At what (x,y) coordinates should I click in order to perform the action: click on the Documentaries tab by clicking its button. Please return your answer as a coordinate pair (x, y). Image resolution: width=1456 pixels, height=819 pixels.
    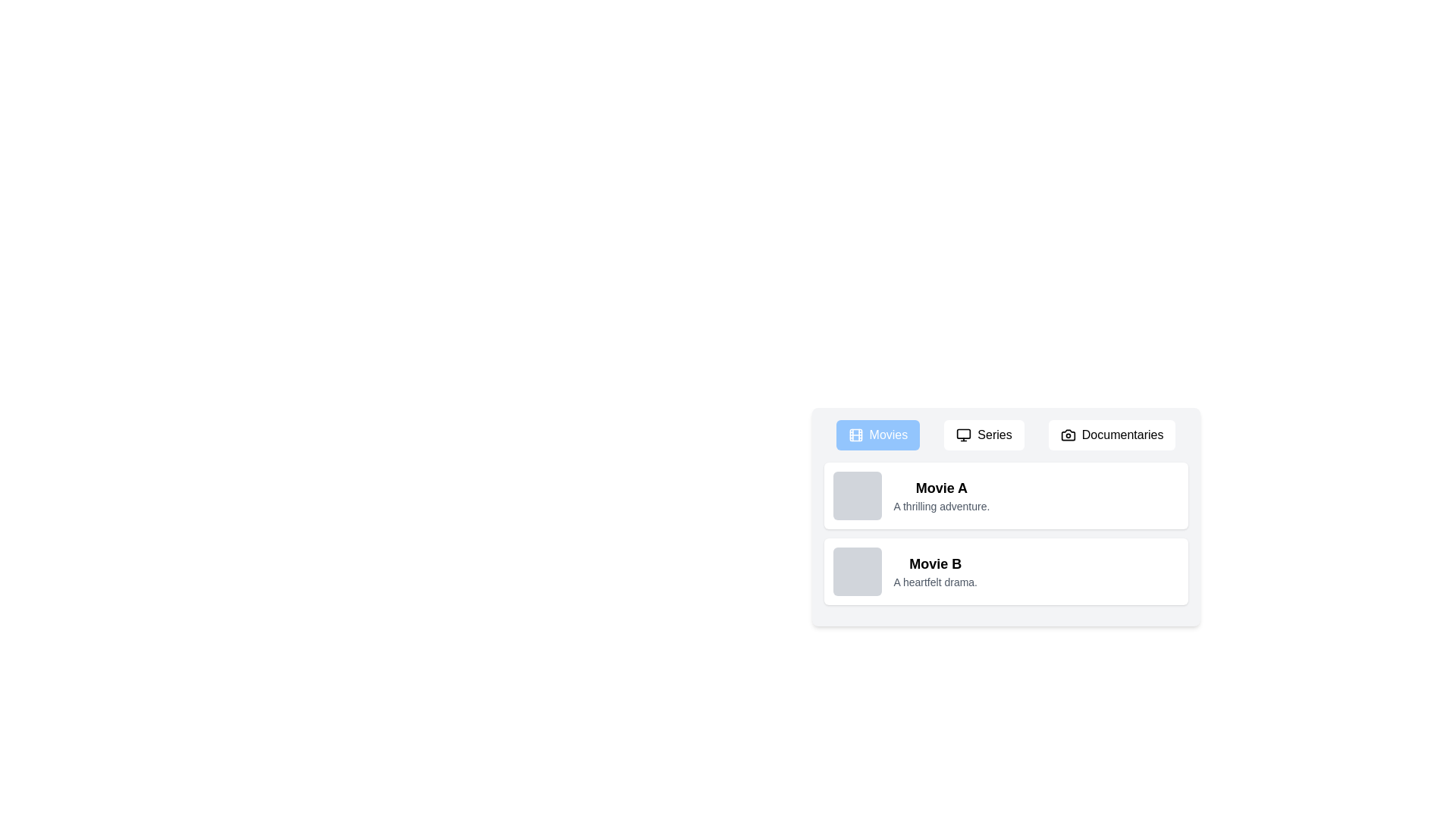
    Looking at the image, I should click on (1112, 435).